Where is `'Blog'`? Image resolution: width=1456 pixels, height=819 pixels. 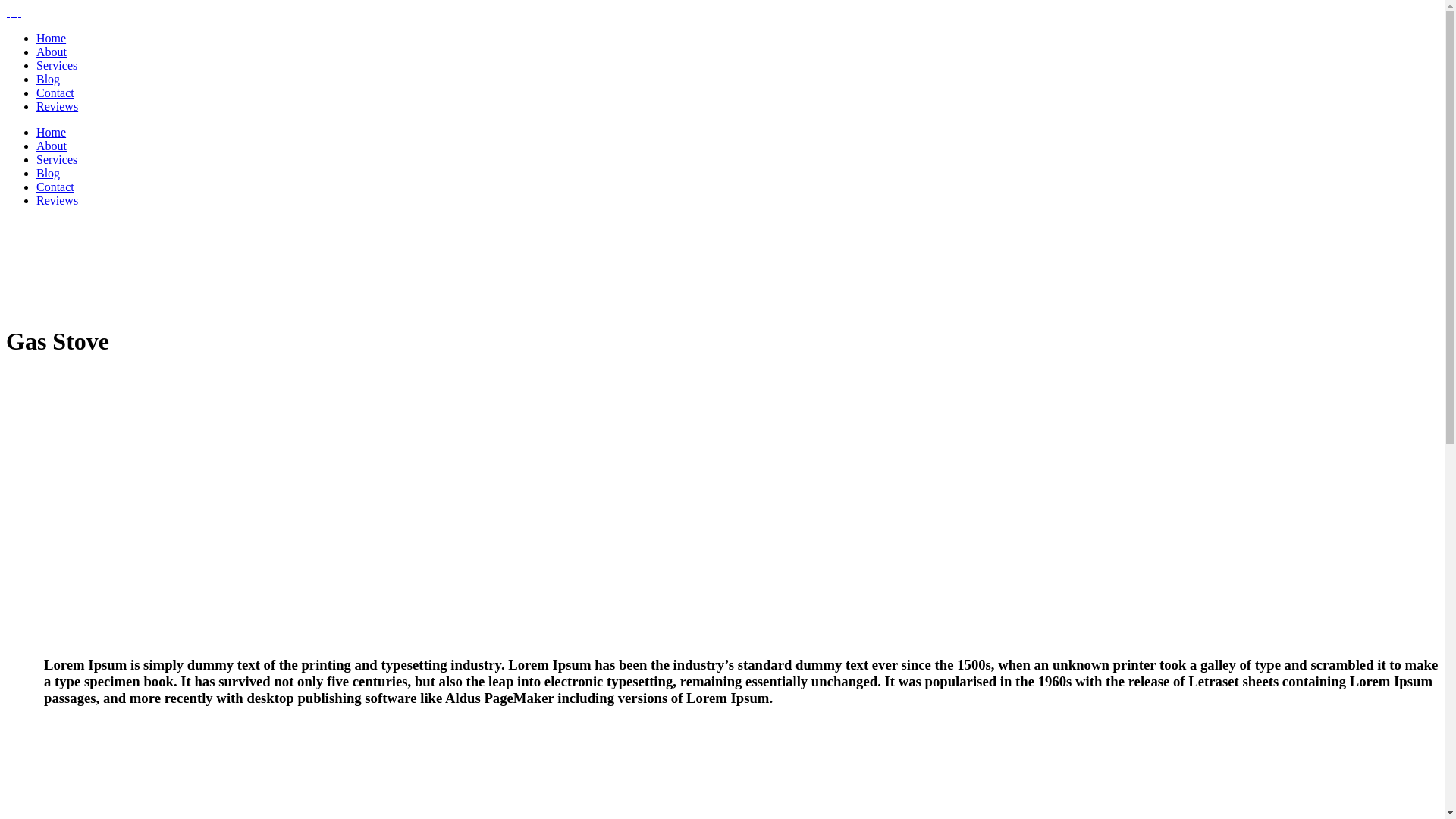 'Blog' is located at coordinates (36, 79).